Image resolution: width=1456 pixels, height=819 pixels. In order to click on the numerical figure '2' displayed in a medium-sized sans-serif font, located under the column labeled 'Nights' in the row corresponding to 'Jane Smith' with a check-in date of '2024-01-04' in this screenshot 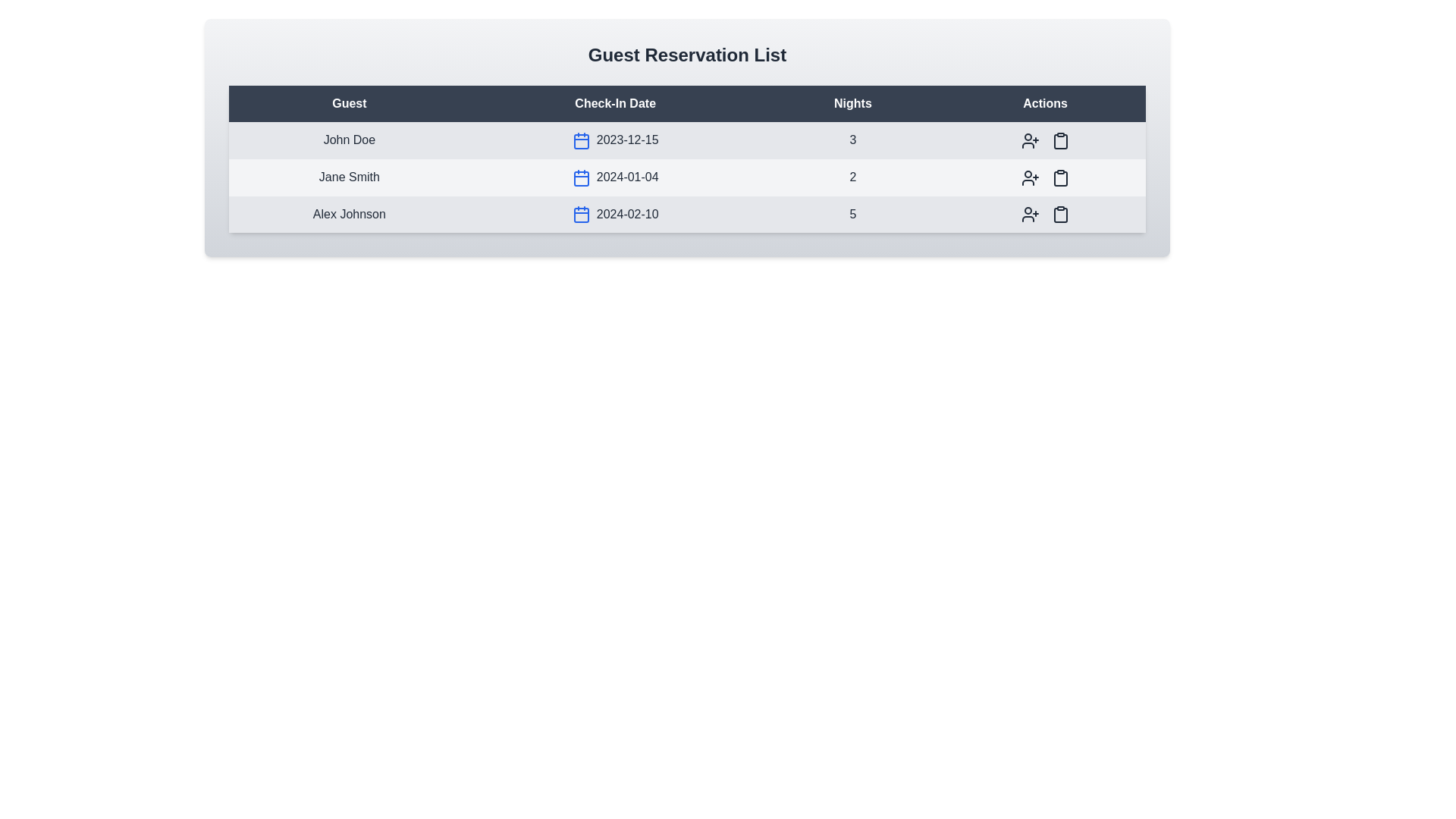, I will do `click(852, 177)`.